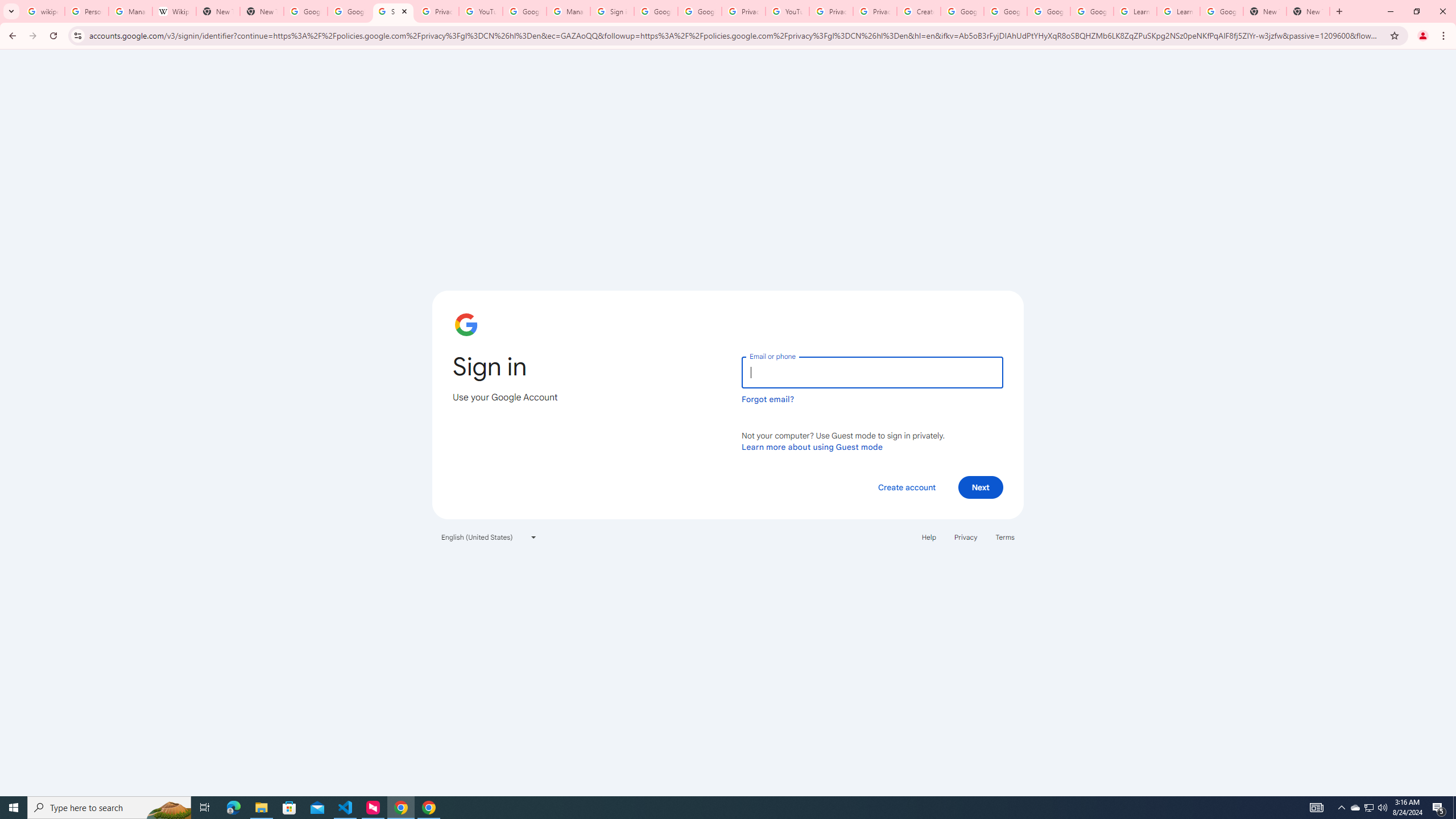 This screenshot has width=1456, height=819. What do you see at coordinates (130, 11) in the screenshot?
I see `'Manage your Location History - Google Search Help'` at bounding box center [130, 11].